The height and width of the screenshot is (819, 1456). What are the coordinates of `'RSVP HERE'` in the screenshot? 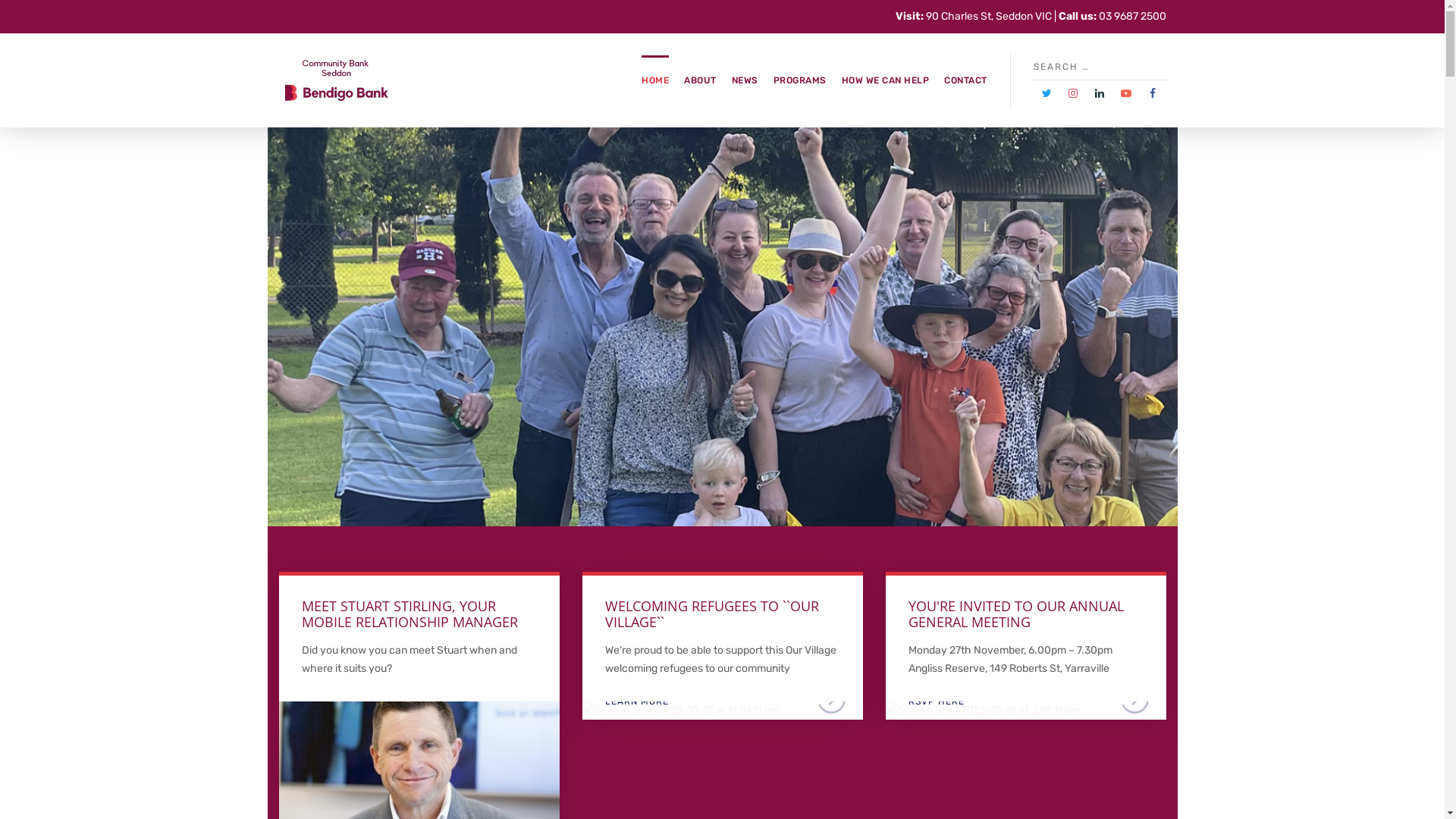 It's located at (885, 710).